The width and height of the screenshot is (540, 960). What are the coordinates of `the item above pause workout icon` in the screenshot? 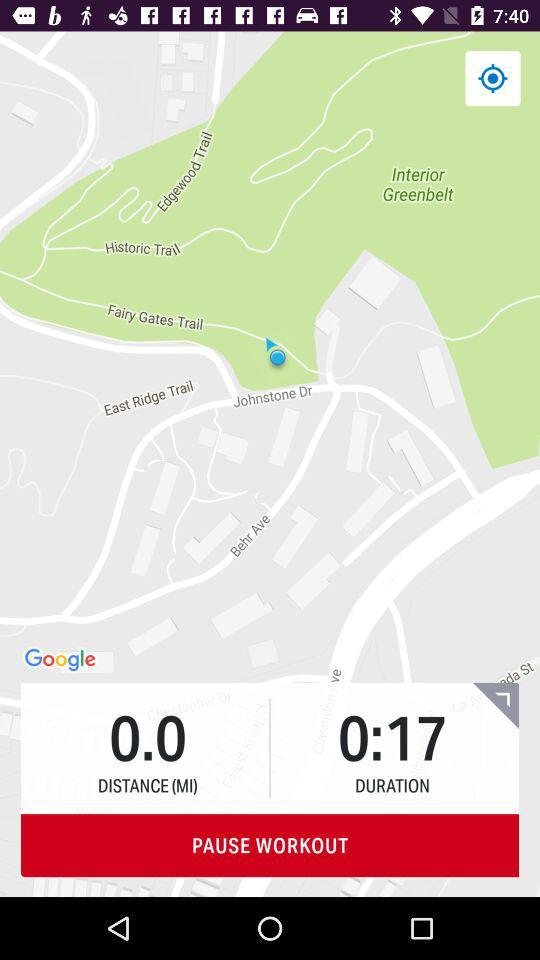 It's located at (494, 705).